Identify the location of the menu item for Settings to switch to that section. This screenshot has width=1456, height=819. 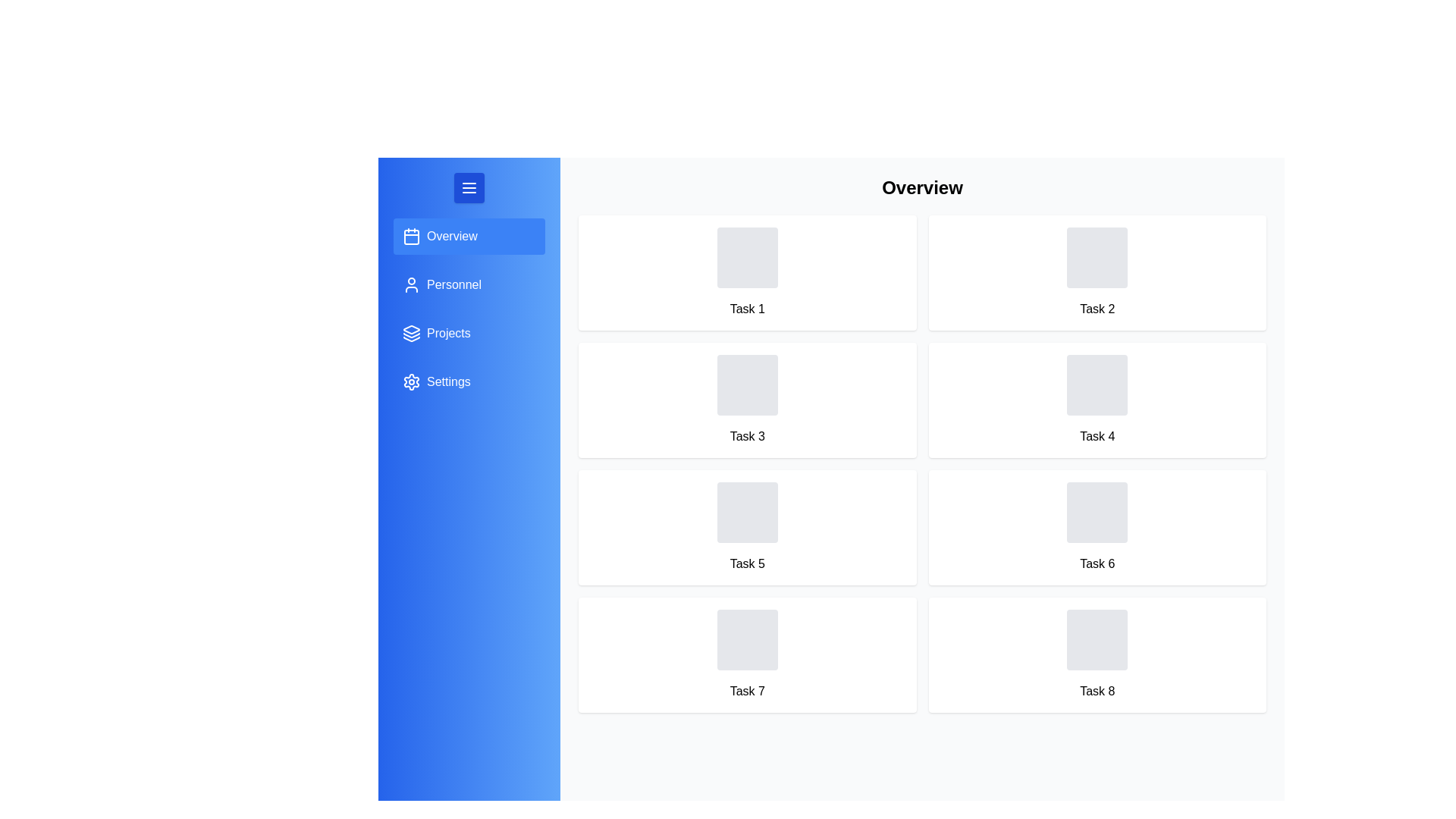
(469, 381).